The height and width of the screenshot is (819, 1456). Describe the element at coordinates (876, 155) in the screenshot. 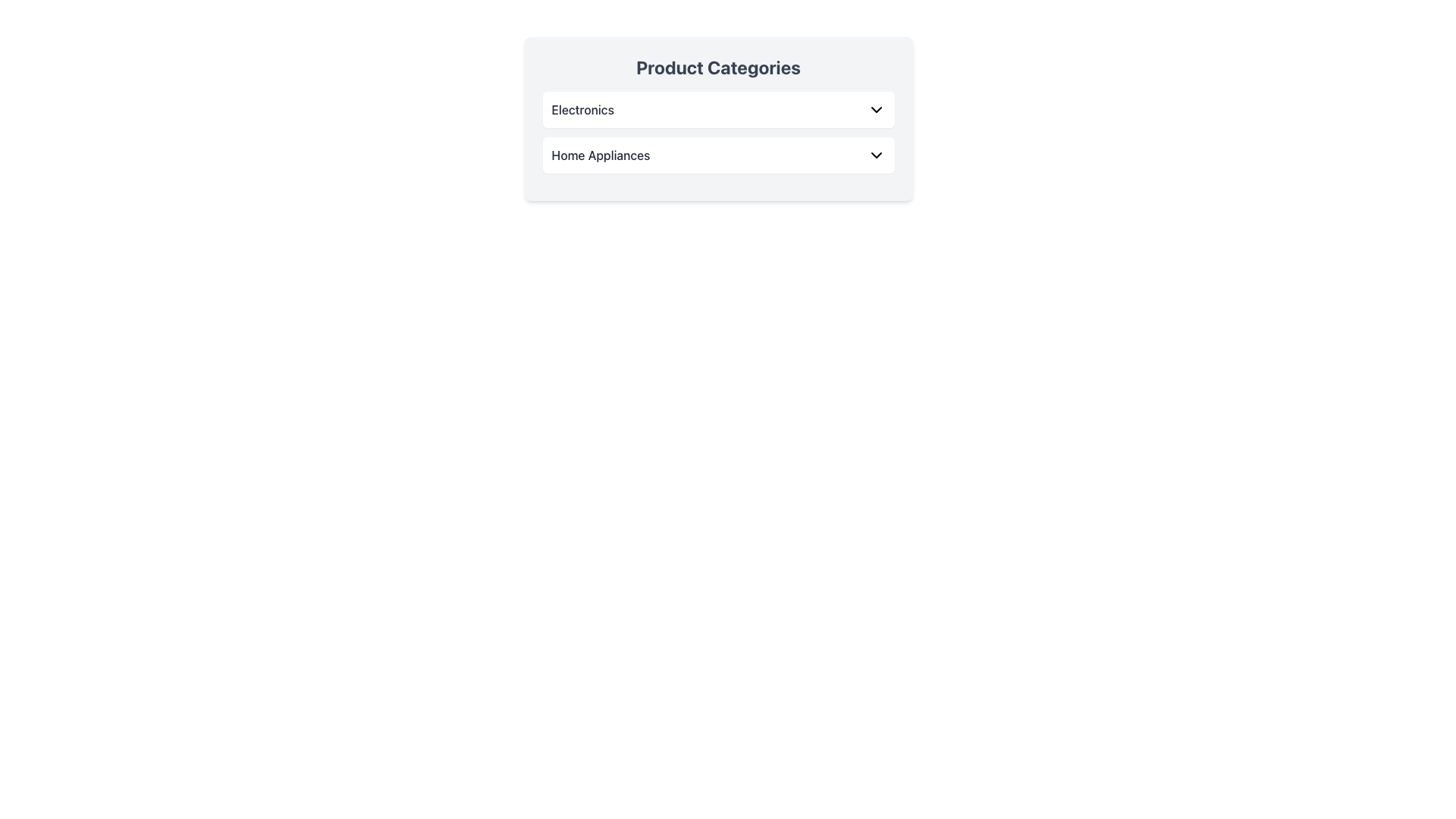

I see `the Dropdown icon located on the far right side of the 'Home Appliances' row` at that location.